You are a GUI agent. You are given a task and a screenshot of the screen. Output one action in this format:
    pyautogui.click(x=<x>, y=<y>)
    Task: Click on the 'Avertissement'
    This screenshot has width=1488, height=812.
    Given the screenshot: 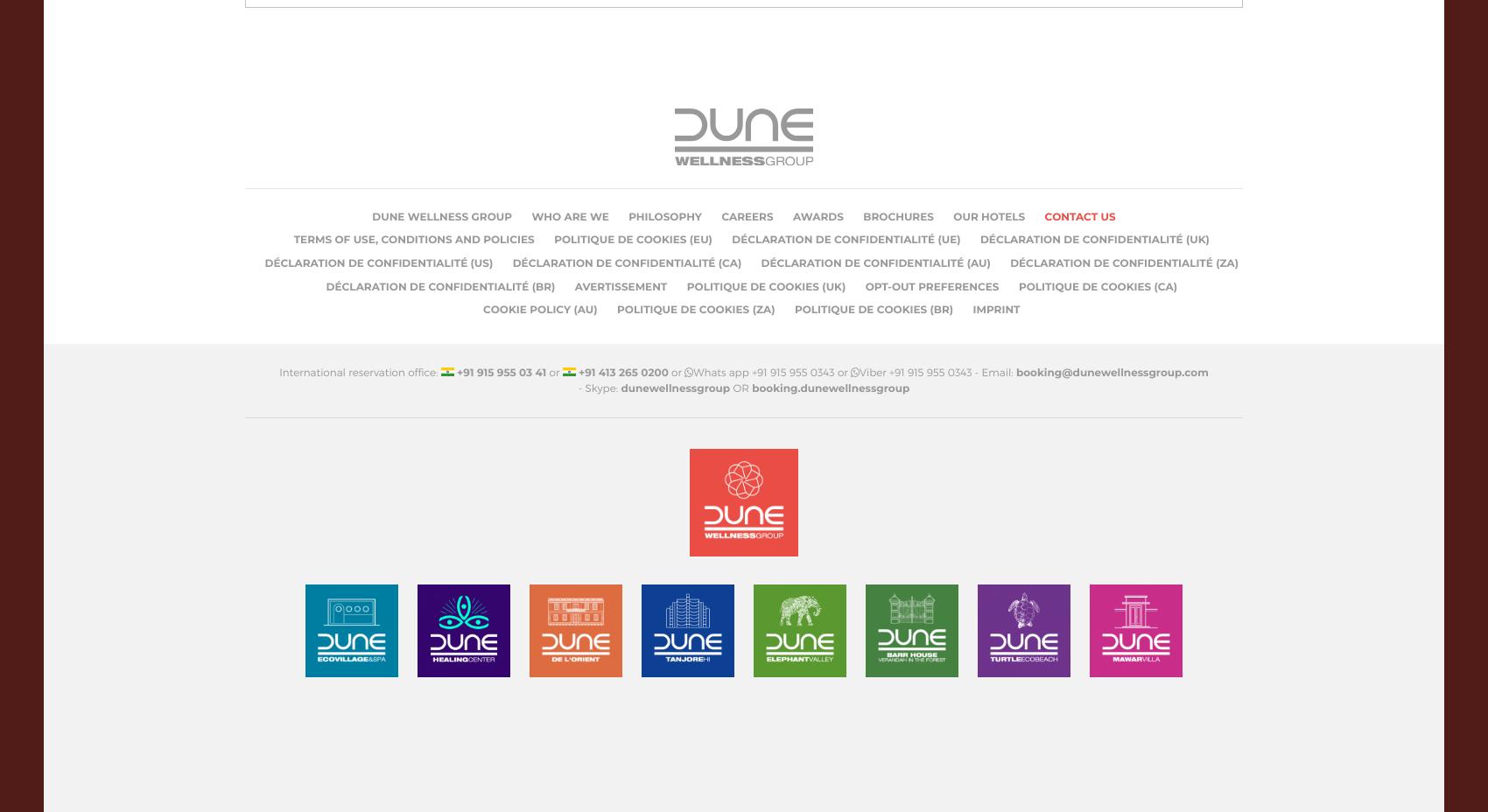 What is the action you would take?
    pyautogui.click(x=621, y=285)
    